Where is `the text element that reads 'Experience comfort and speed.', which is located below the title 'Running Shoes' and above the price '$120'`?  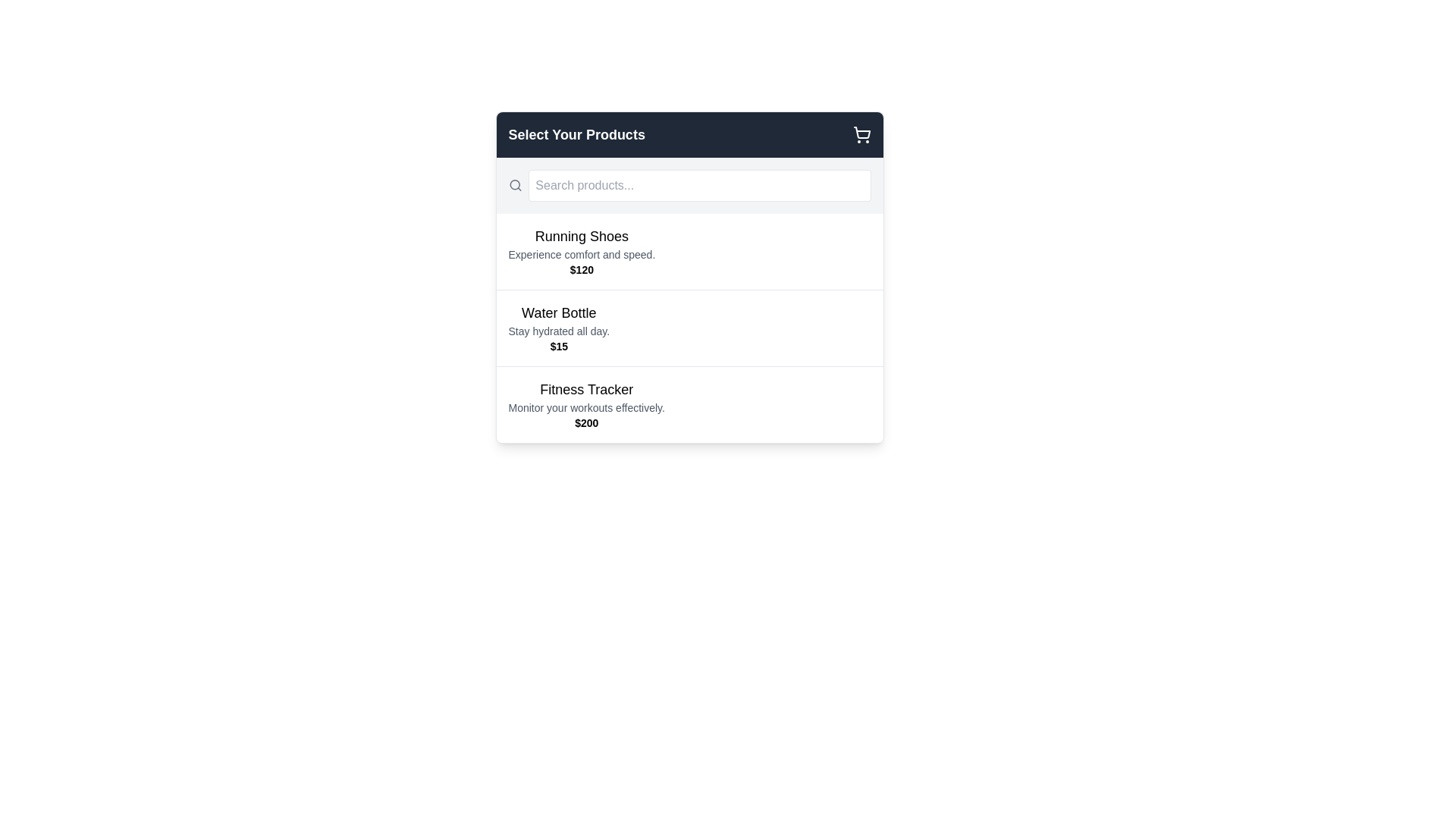 the text element that reads 'Experience comfort and speed.', which is located below the title 'Running Shoes' and above the price '$120' is located at coordinates (581, 253).